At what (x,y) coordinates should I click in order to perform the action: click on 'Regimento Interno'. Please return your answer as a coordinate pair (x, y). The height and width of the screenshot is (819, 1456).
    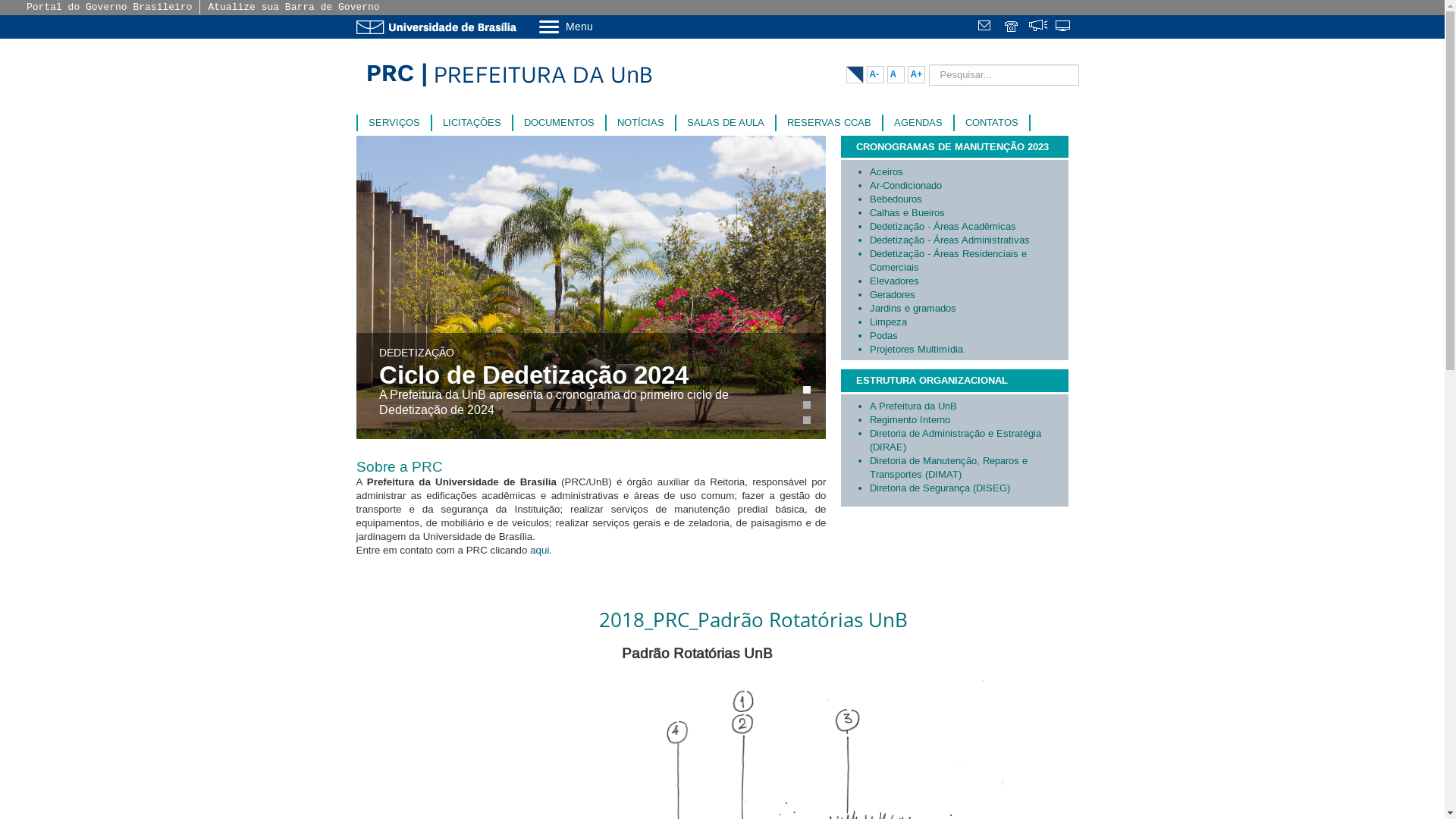
    Looking at the image, I should click on (870, 420).